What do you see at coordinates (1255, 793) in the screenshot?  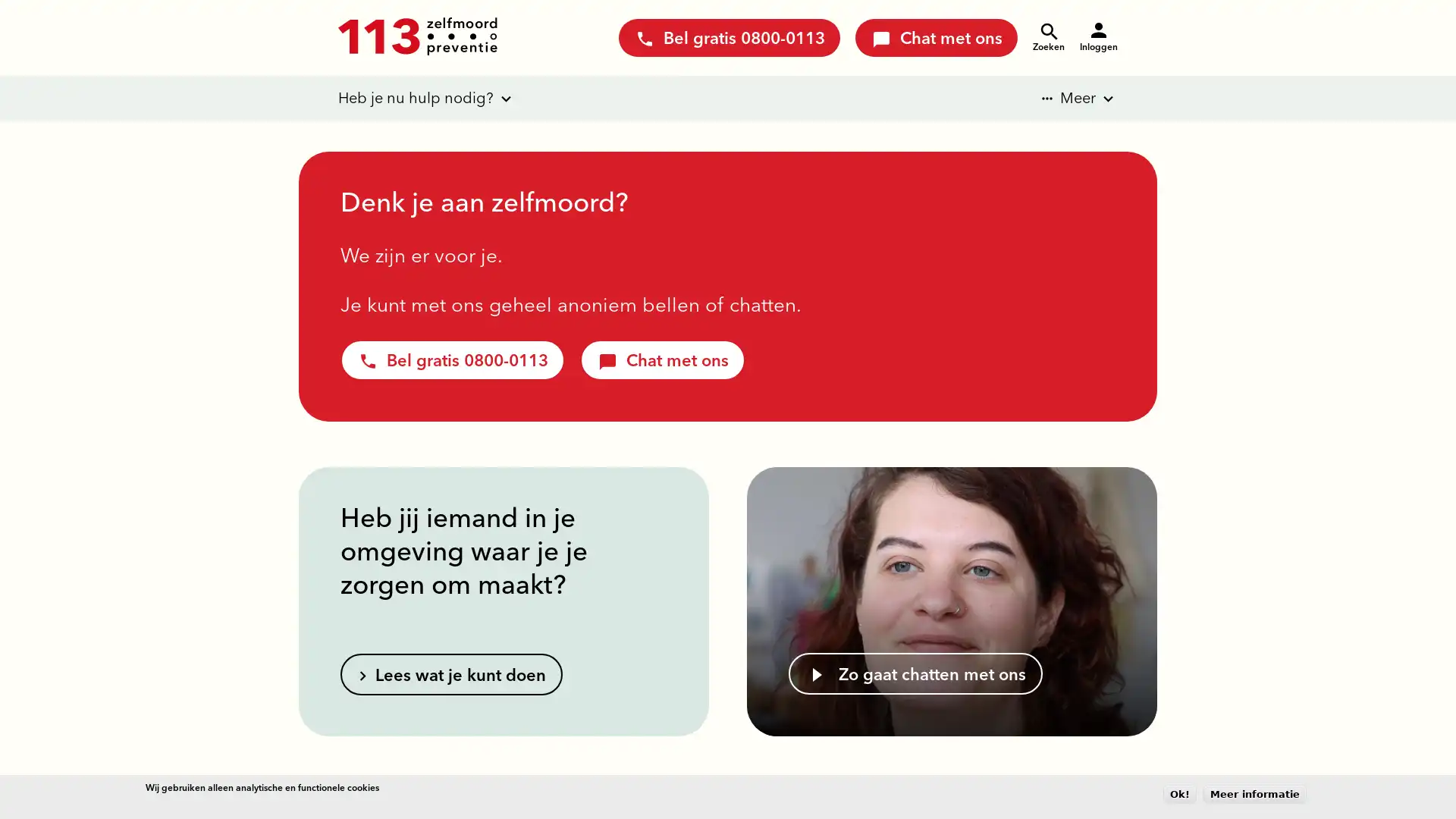 I see `Meer informatie` at bounding box center [1255, 793].